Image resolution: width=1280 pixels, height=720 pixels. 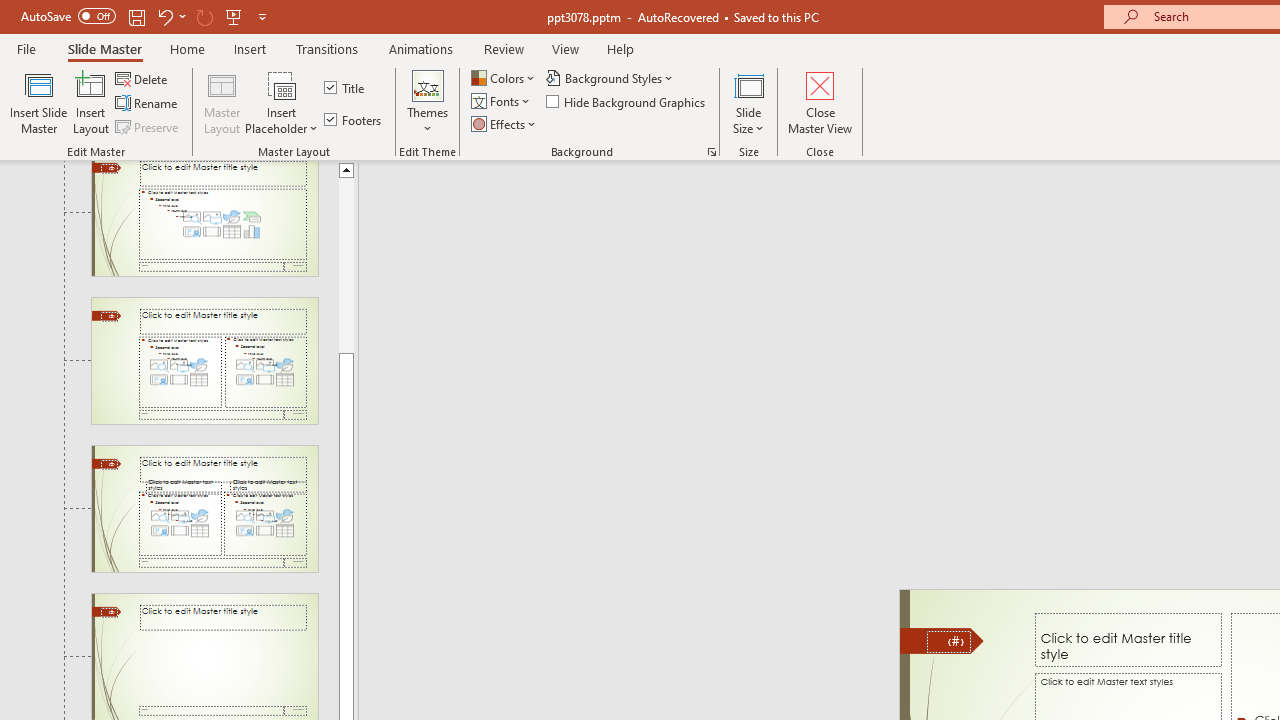 I want to click on 'Title TextBox', so click(x=1128, y=639).